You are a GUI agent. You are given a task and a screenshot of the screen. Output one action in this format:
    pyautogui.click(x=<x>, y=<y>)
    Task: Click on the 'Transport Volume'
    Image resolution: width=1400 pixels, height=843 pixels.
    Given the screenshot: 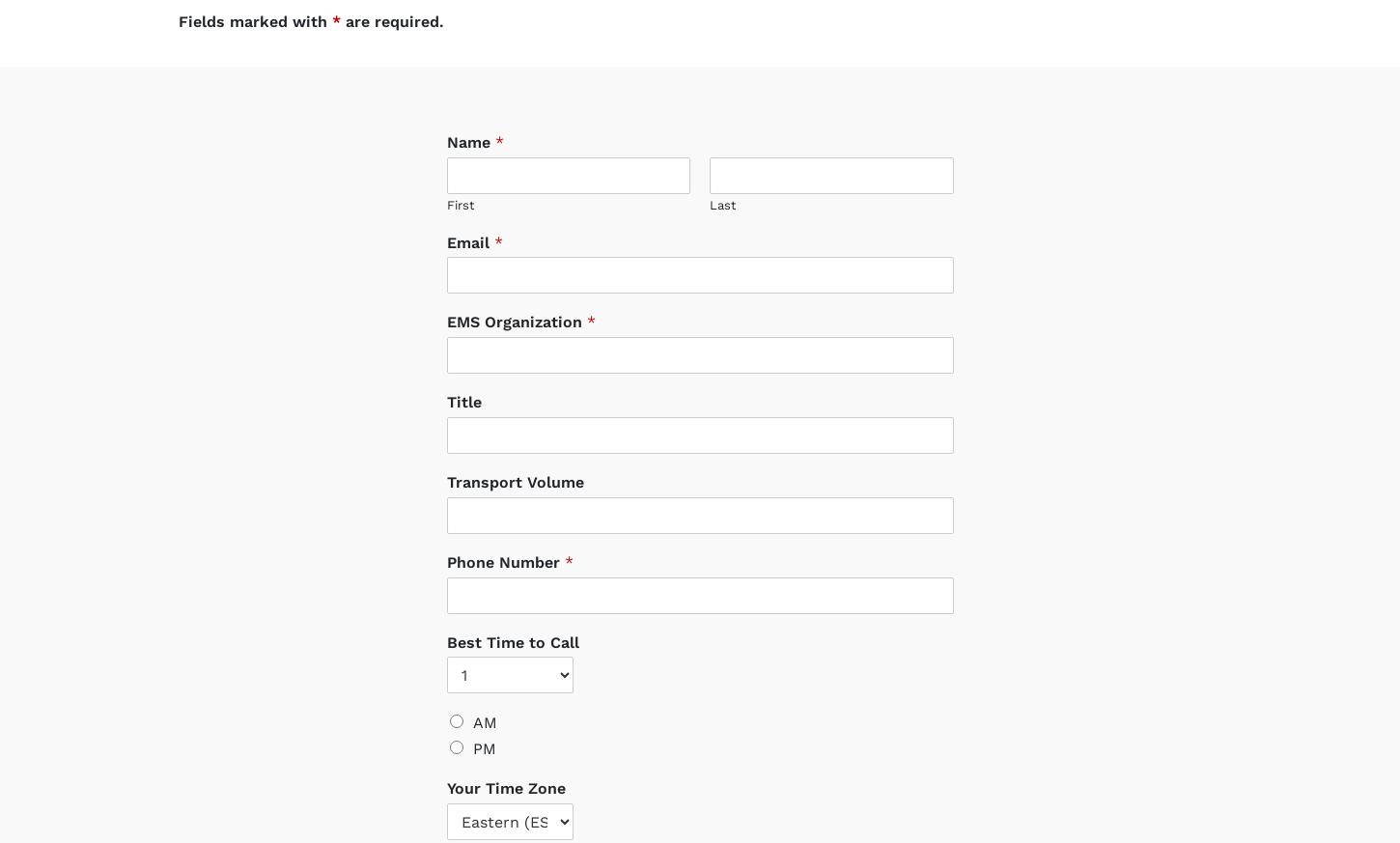 What is the action you would take?
    pyautogui.click(x=515, y=464)
    